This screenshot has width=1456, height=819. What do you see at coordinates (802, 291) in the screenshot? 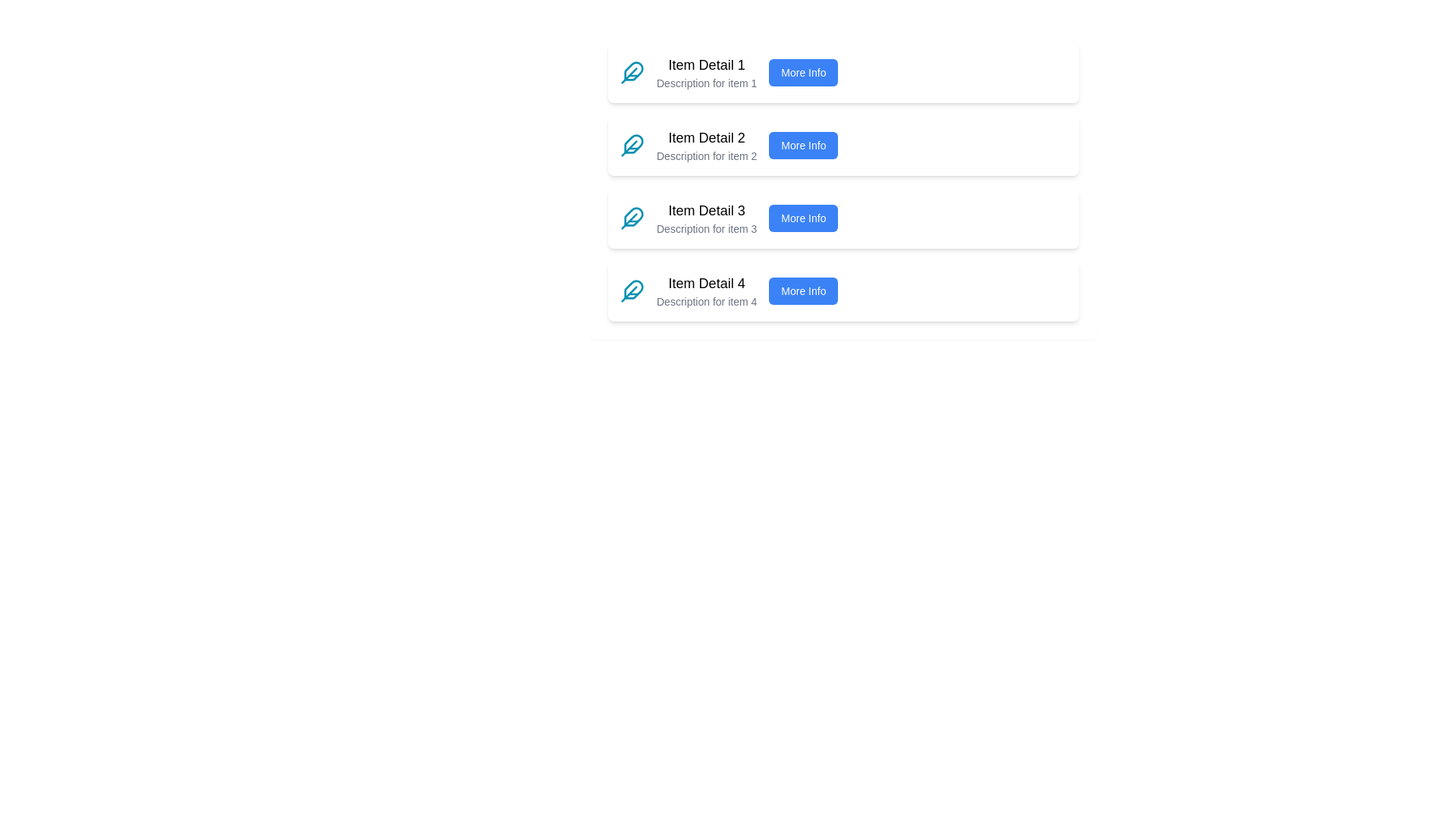
I see `the button located at the far right of the bottommost item in a vertical list, next to the descriptive text 'Description for item 4'` at bounding box center [802, 291].